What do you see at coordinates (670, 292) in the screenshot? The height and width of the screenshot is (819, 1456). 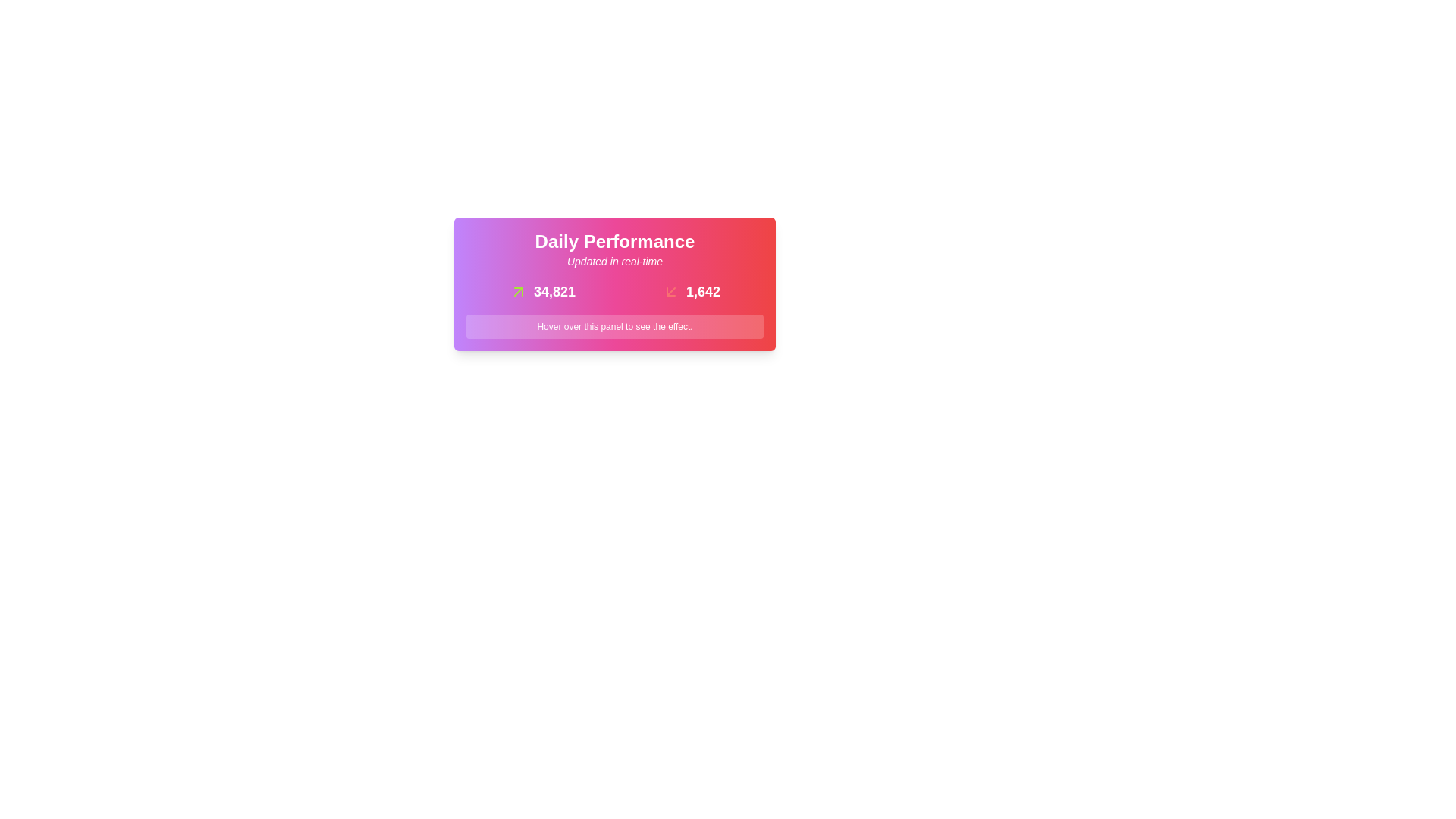 I see `the small red downward-left arrow icon located to the left of the text '1,642' for its contextual meaning` at bounding box center [670, 292].